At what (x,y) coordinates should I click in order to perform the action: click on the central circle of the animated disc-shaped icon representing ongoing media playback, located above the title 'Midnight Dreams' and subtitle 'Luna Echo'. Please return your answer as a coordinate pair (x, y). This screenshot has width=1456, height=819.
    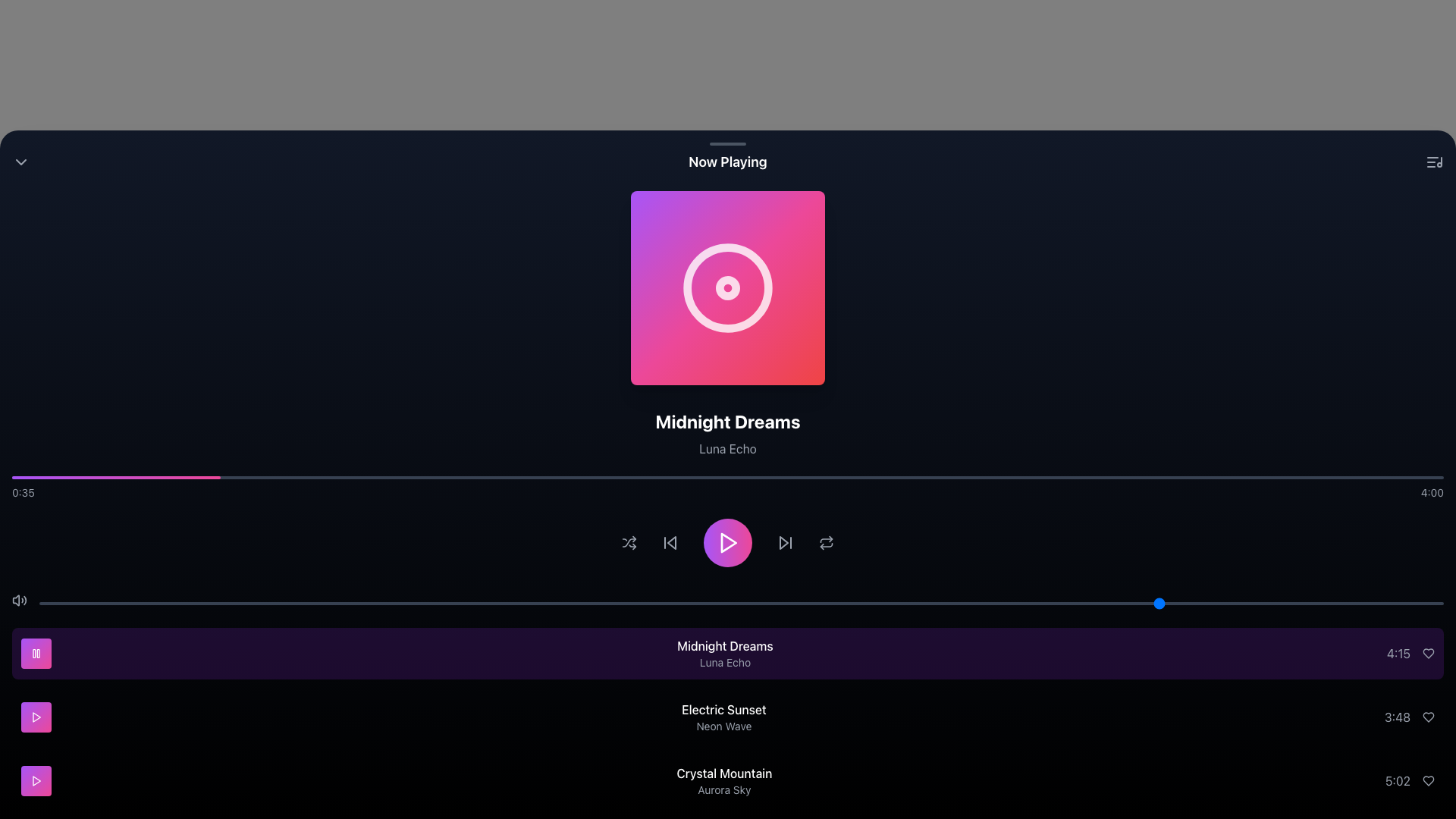
    Looking at the image, I should click on (728, 288).